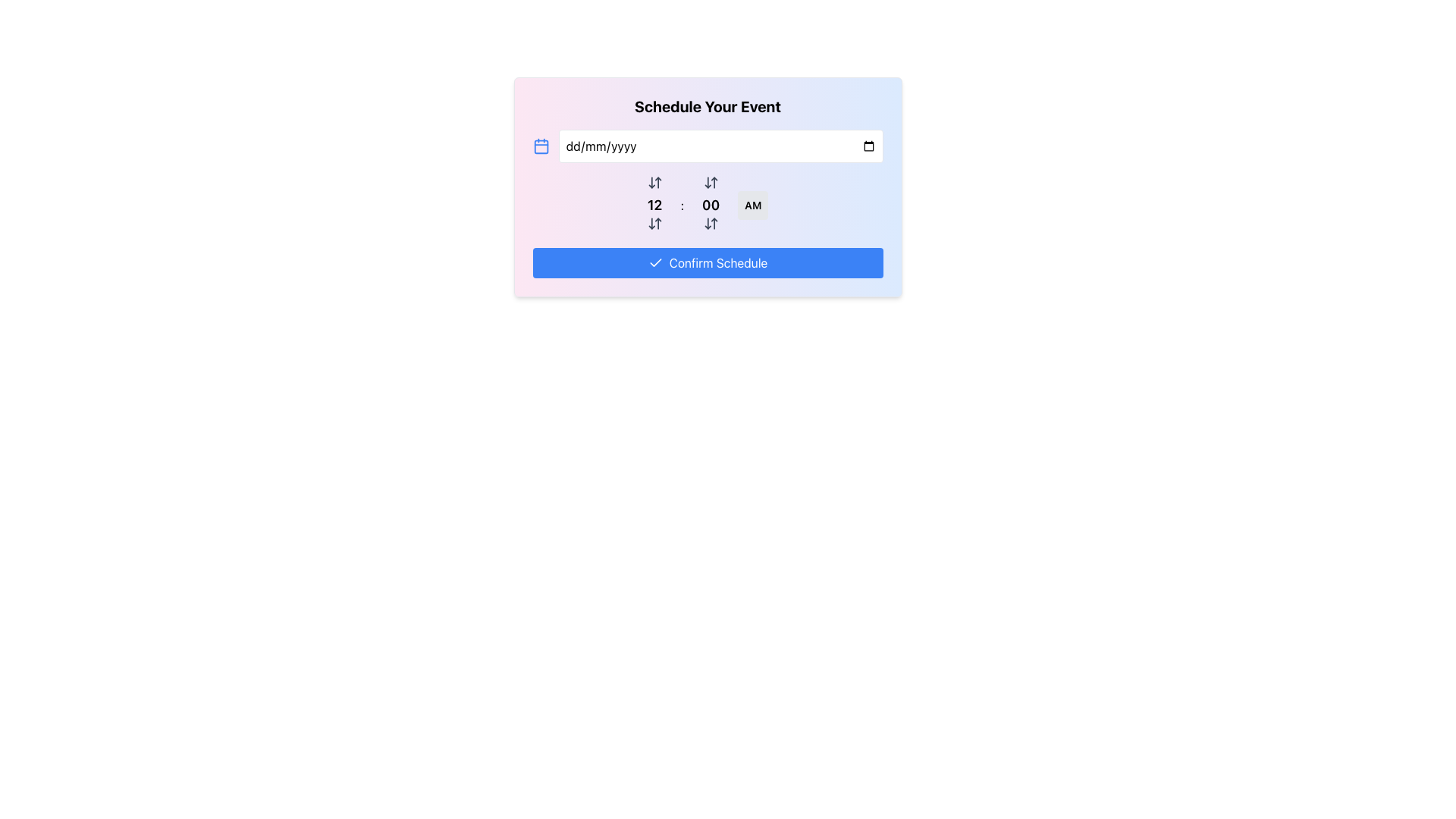 The image size is (1456, 819). I want to click on the seventh button in the time input section, located to the right of the text '00', so click(710, 223).